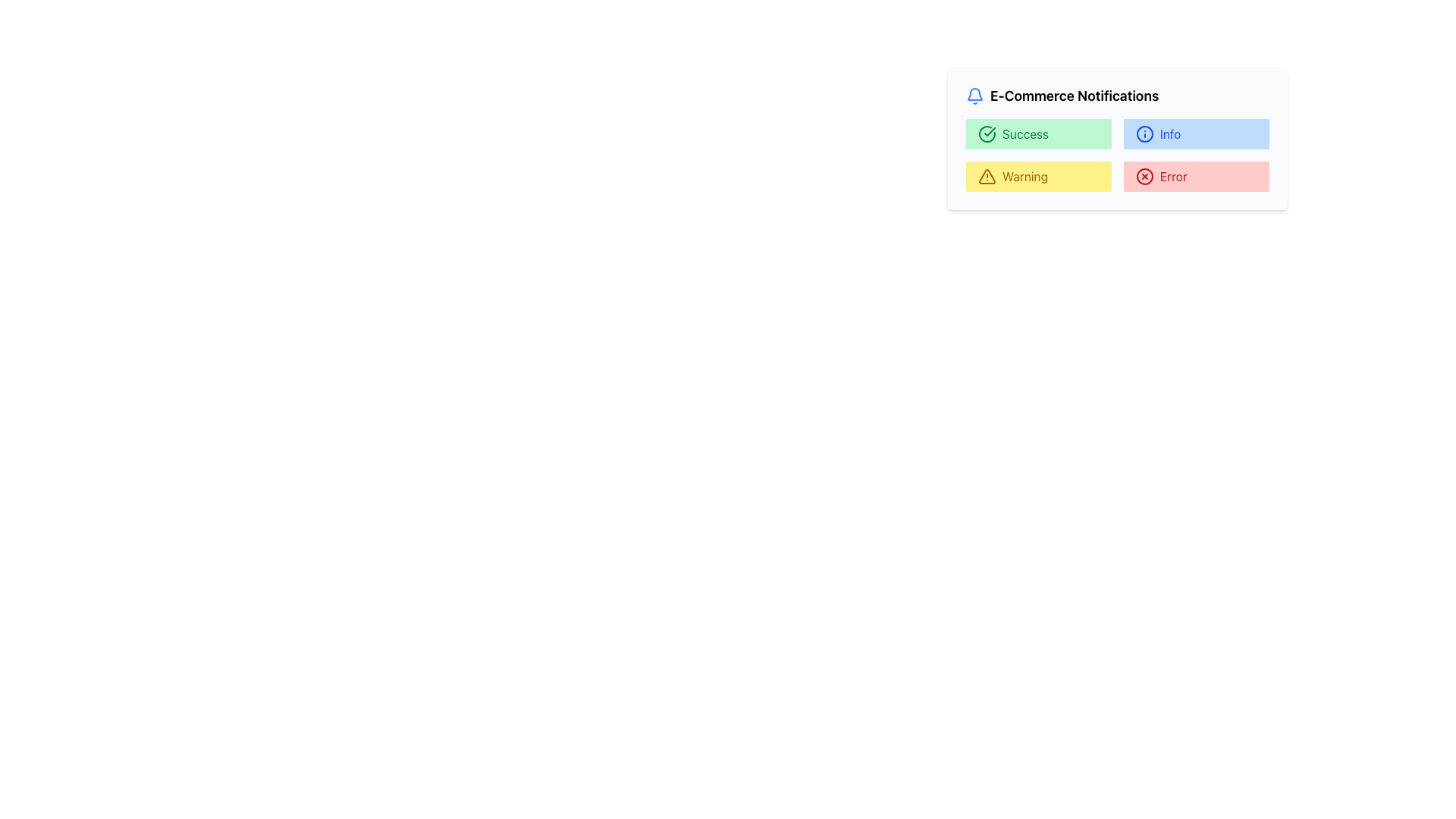 Image resolution: width=1456 pixels, height=819 pixels. I want to click on the warning notification button located at the bottom-left corner of the grid layout by, so click(1037, 175).